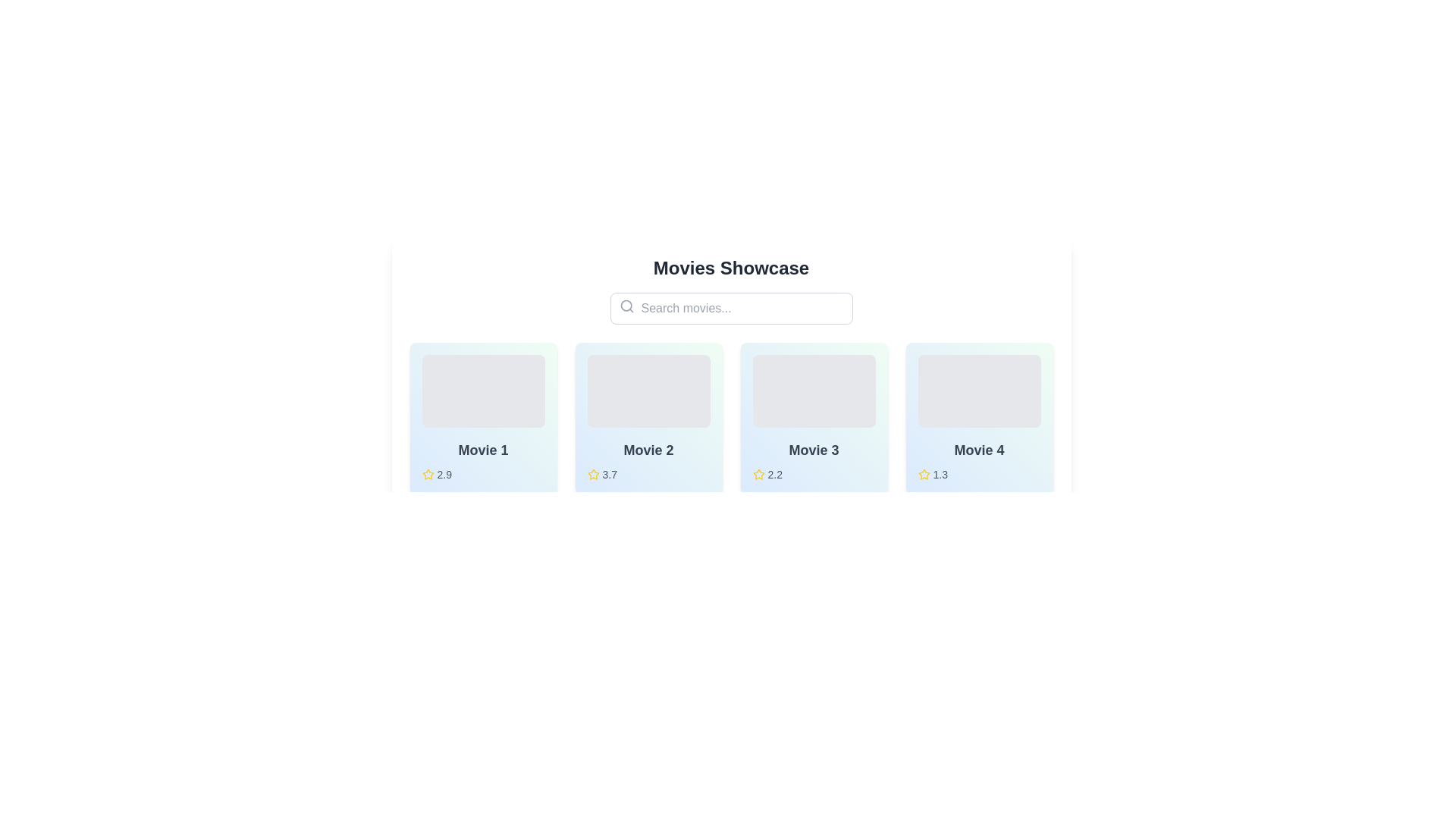 The width and height of the screenshot is (1456, 819). I want to click on the text label that conveys the name of the movie, positioned below a rounded rectangle placeholder and above the rating section with a star icon, so click(482, 450).